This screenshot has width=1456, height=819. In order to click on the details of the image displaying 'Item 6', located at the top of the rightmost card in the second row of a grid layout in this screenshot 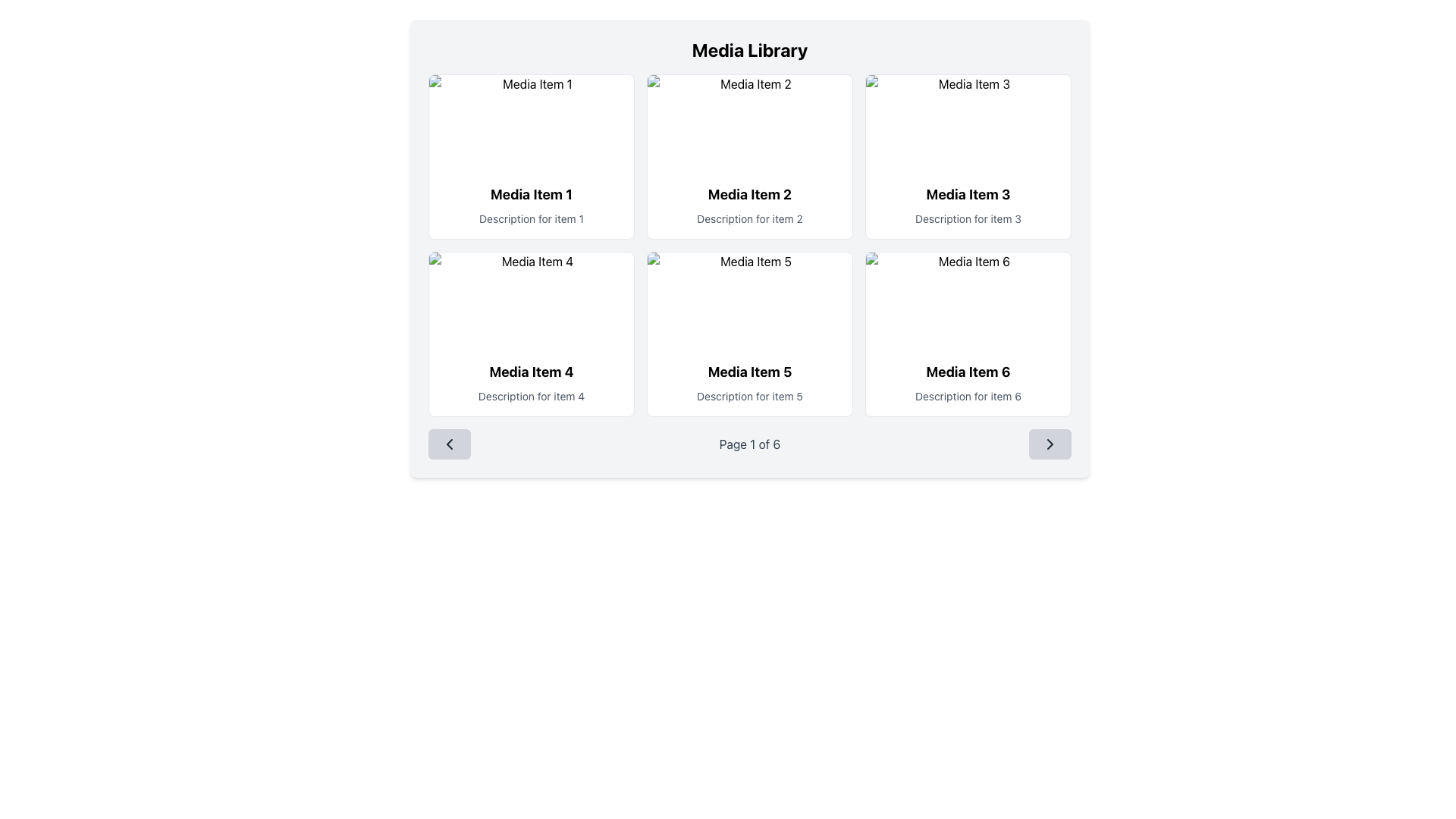, I will do `click(967, 301)`.